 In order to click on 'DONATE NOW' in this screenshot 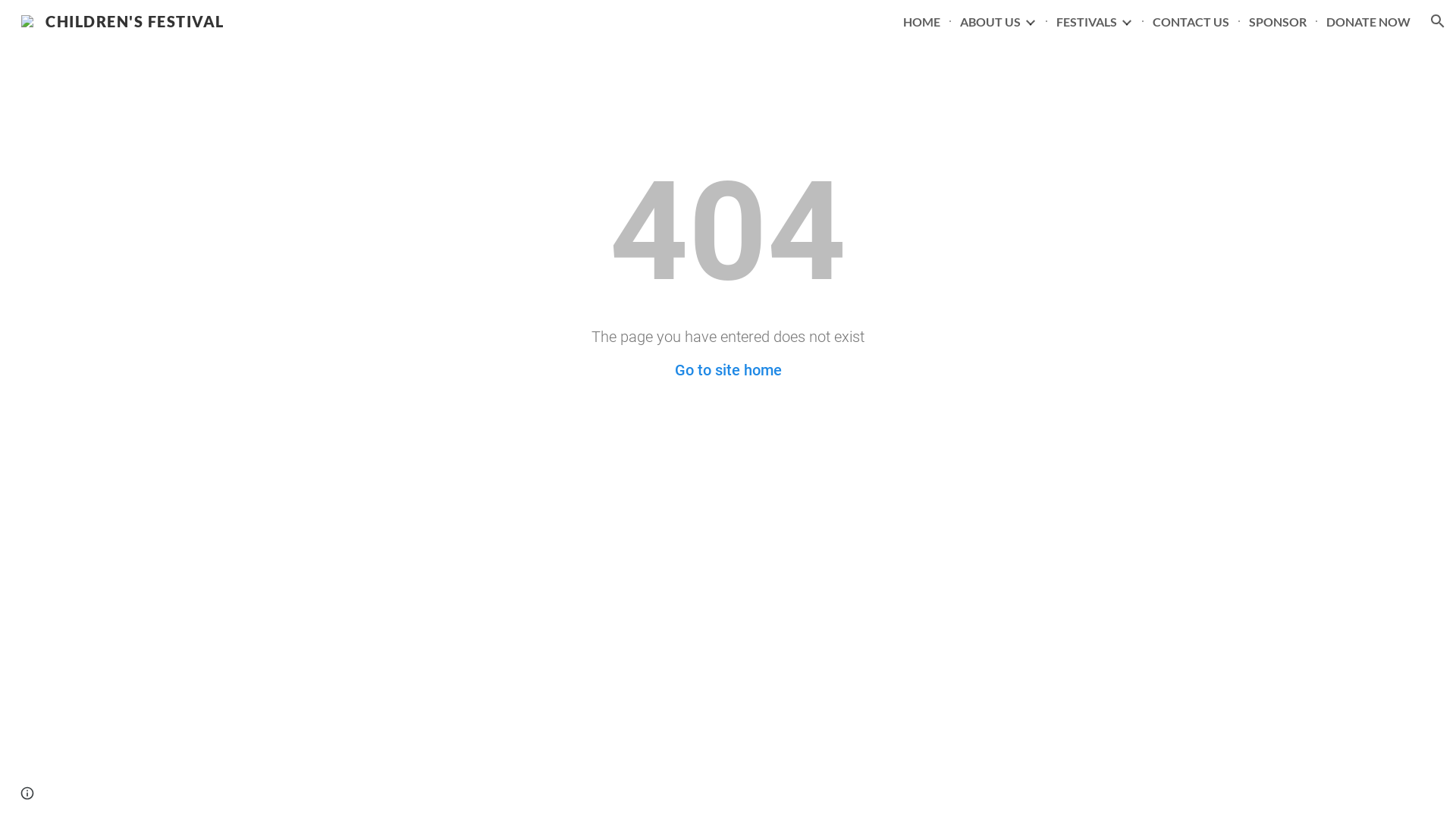, I will do `click(1368, 20)`.